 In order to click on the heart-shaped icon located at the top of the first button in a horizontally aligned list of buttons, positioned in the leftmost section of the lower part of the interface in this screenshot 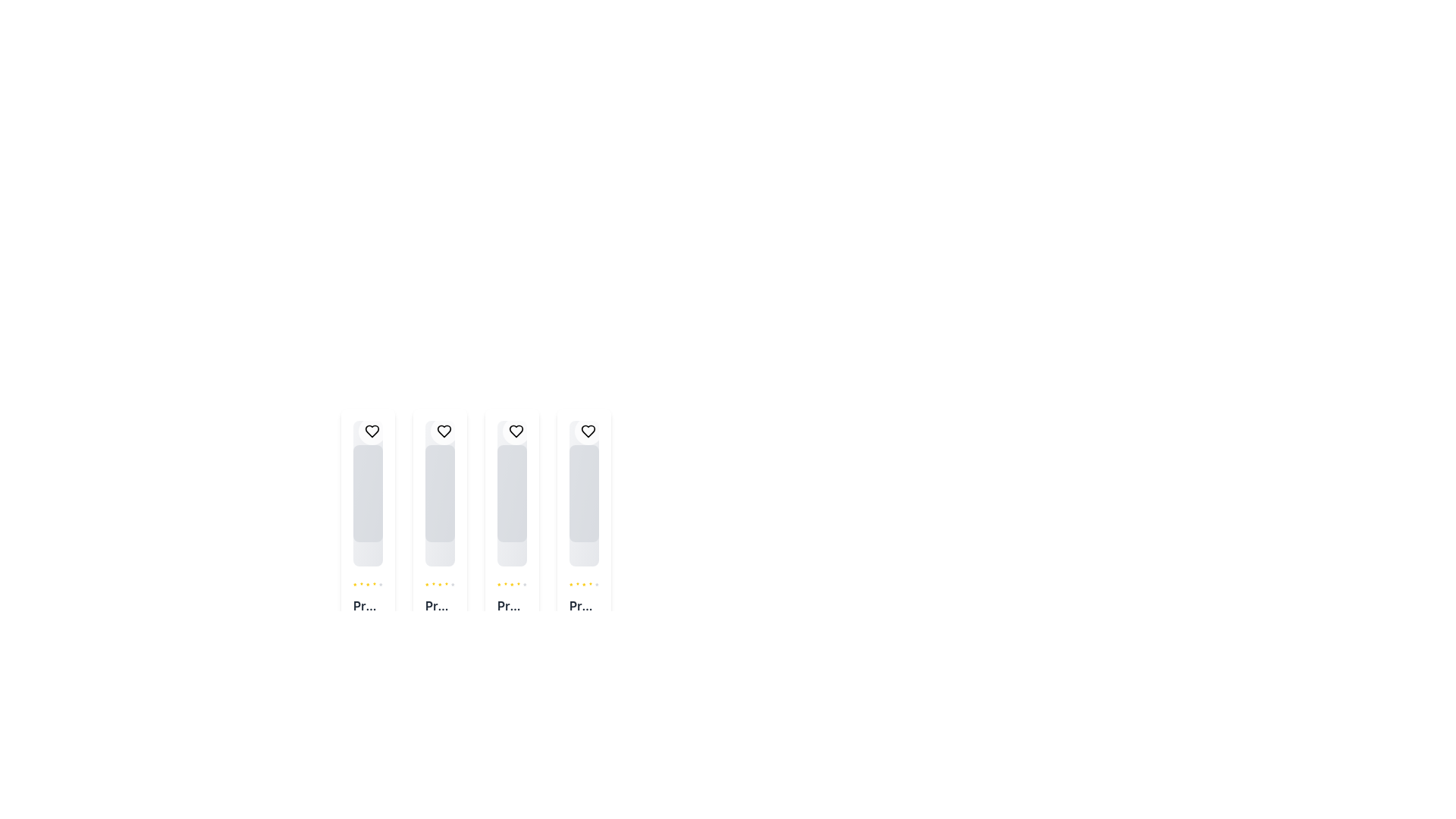, I will do `click(372, 431)`.